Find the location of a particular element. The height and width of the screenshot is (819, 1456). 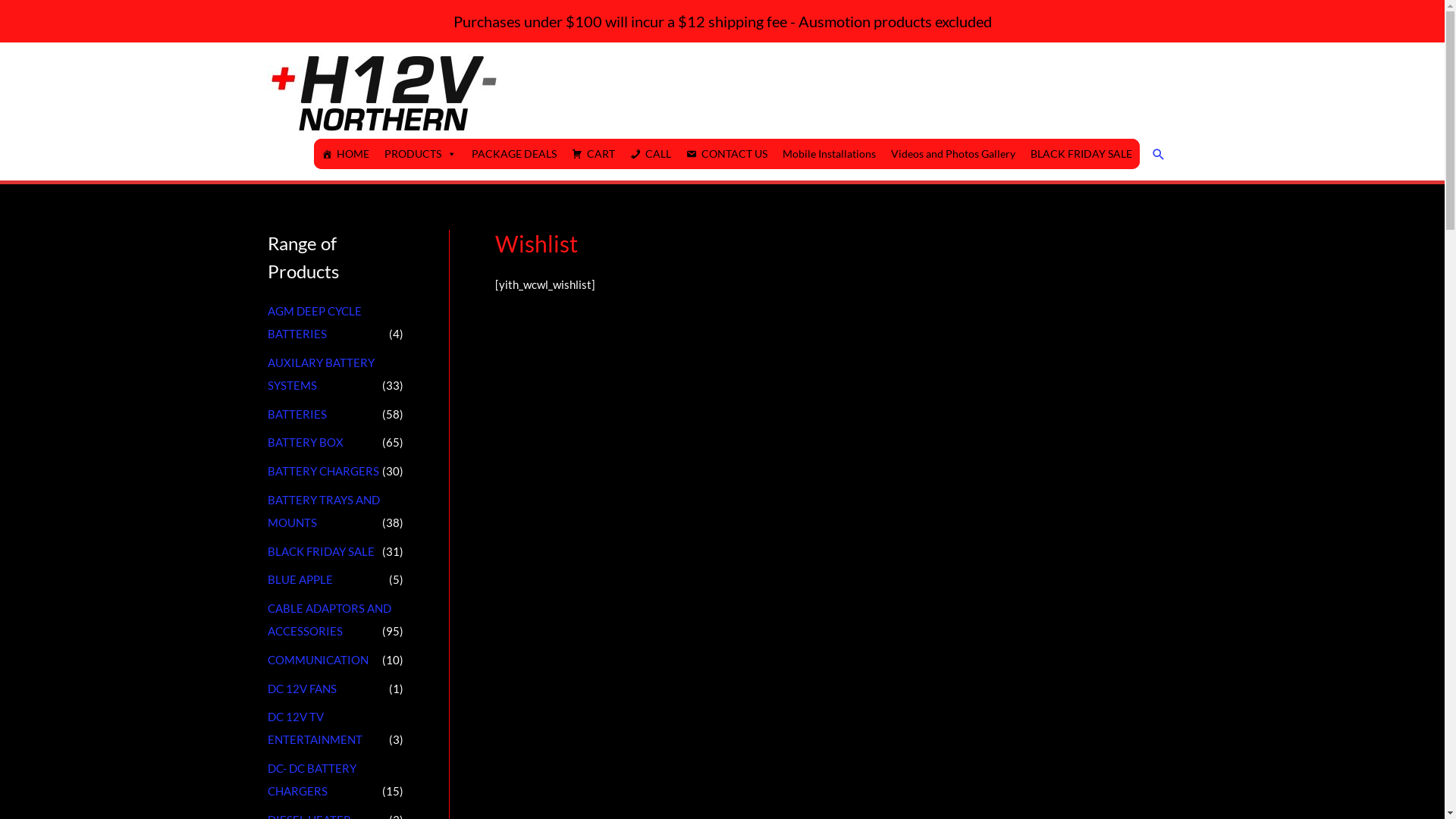

'COMMUNICATION' is located at coordinates (316, 659).